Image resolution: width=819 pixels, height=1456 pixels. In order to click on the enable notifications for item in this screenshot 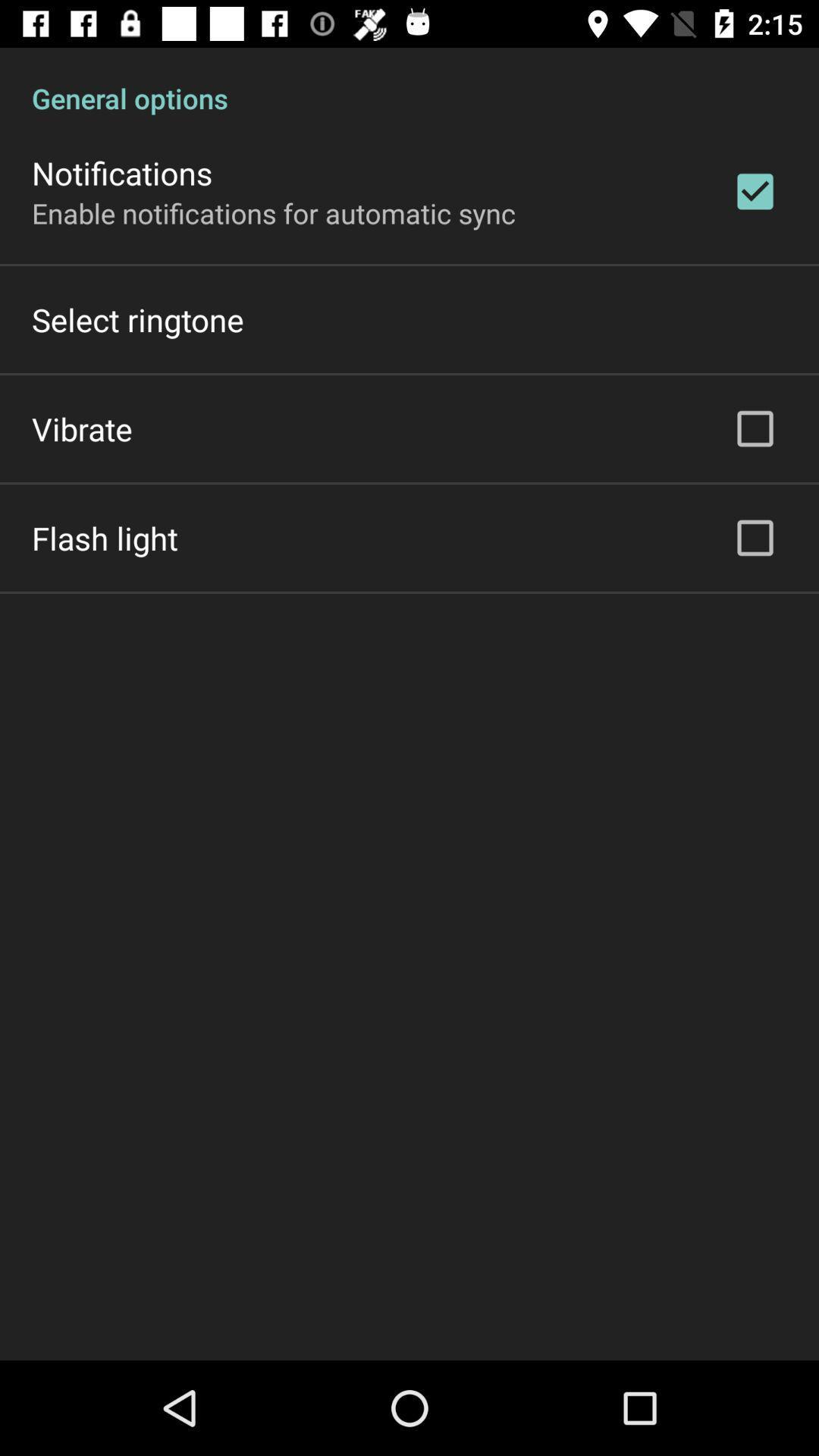, I will do `click(274, 212)`.